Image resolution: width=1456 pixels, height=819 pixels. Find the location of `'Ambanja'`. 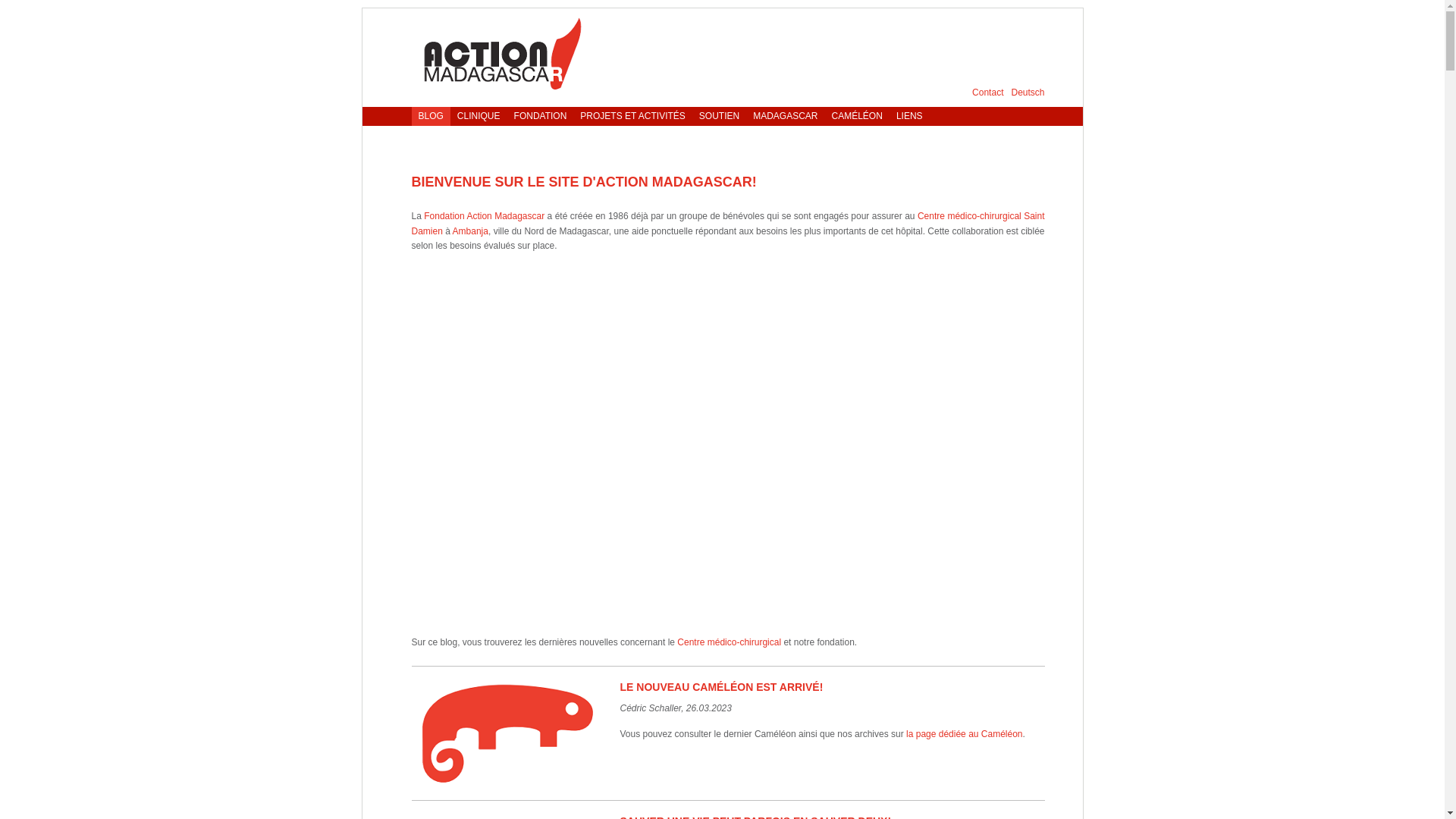

'Ambanja' is located at coordinates (451, 231).